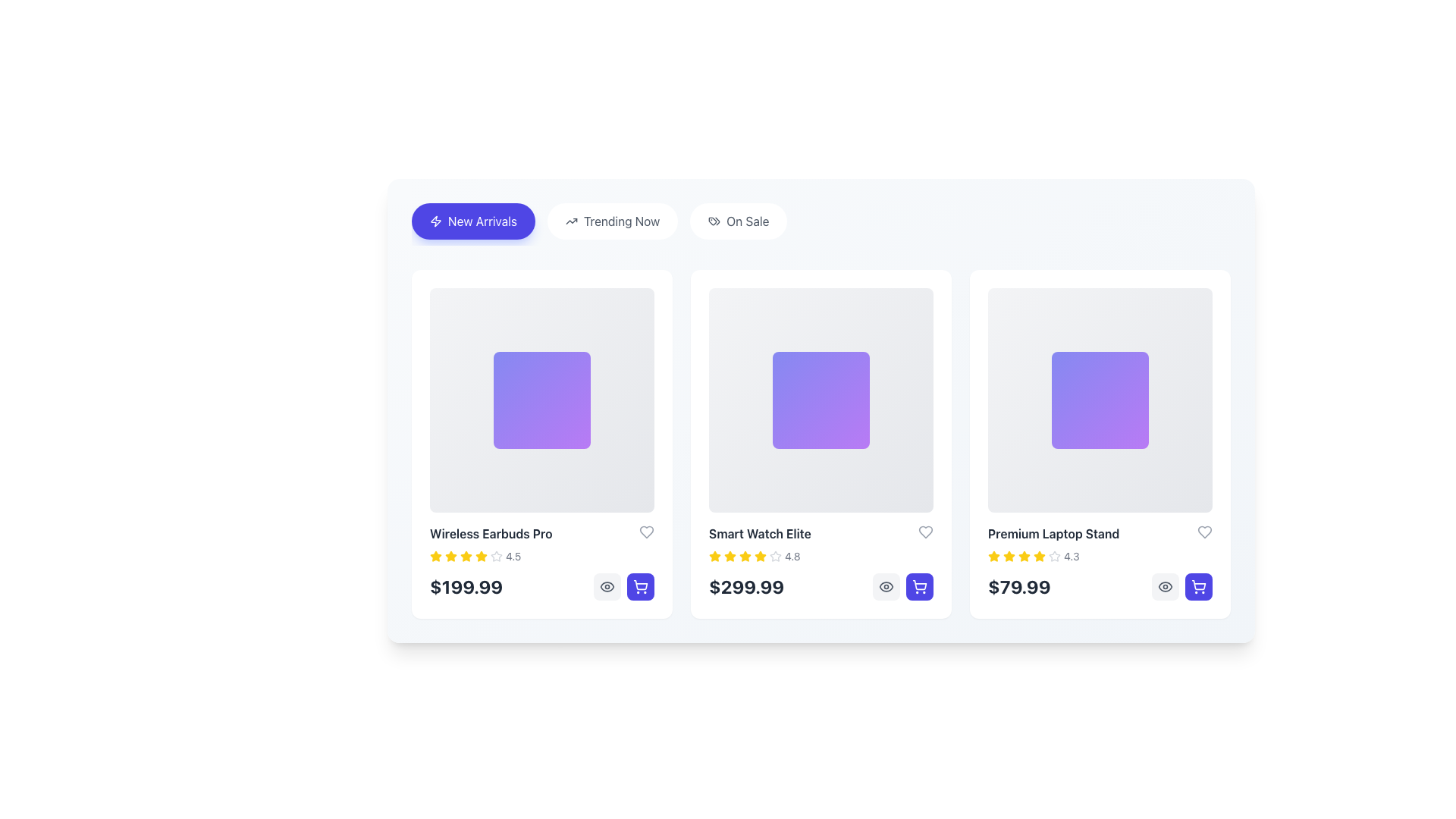  I want to click on the heart icon in the top-right corner of the 'Premium Laptop Stand' card, so click(1203, 532).